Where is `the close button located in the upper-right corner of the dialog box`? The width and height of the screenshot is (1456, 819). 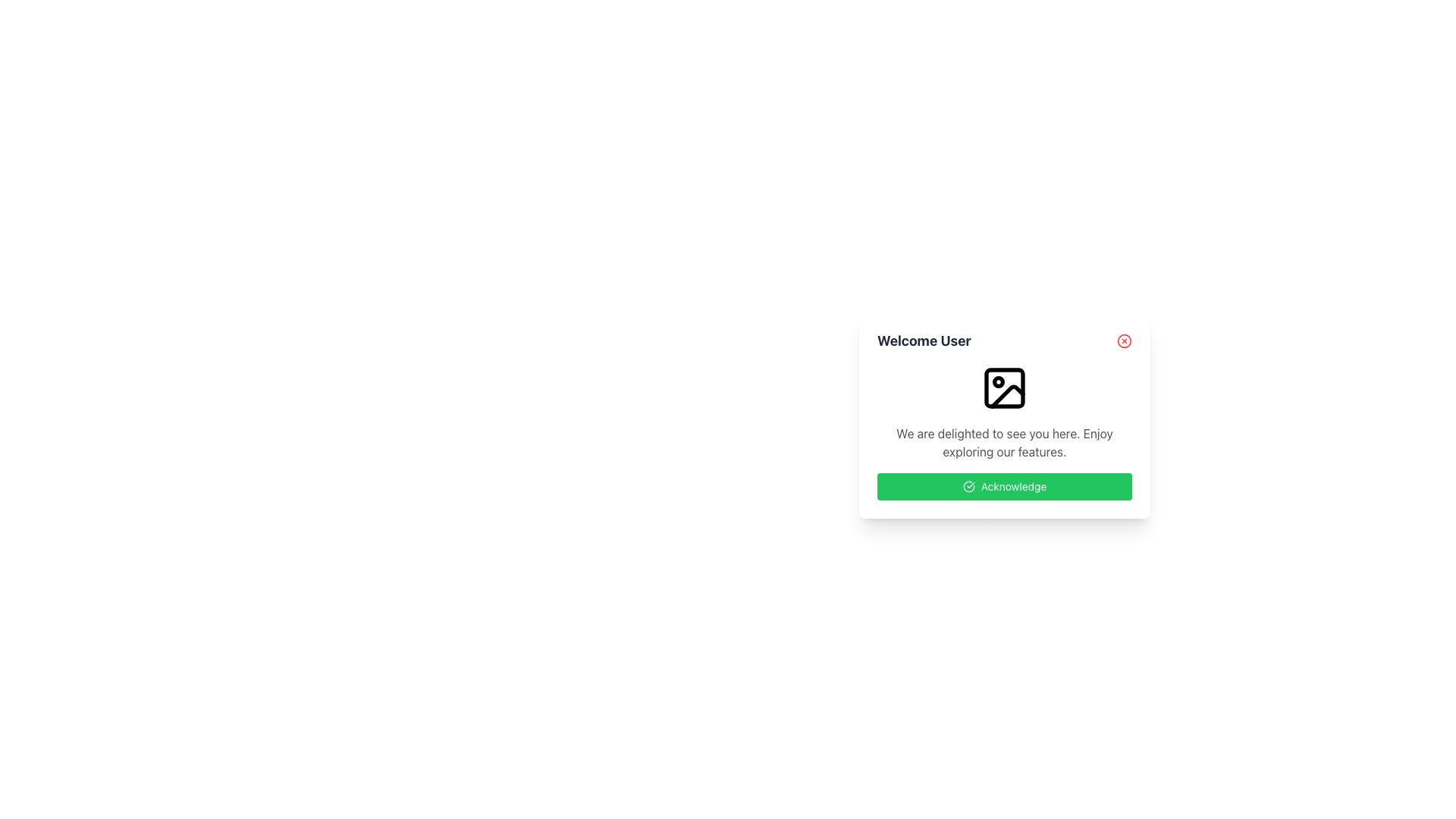 the close button located in the upper-right corner of the dialog box is located at coordinates (1125, 339).